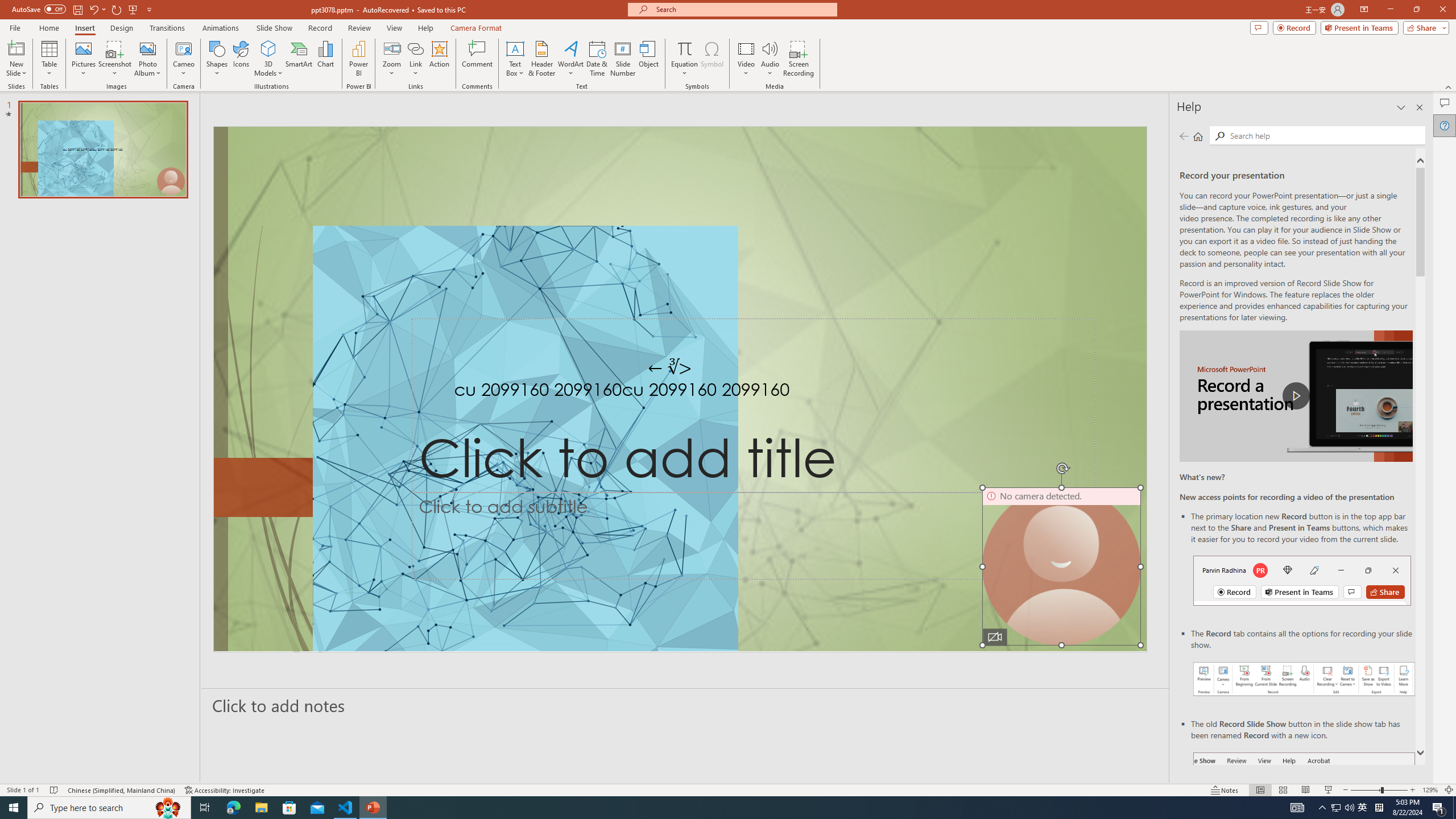  What do you see at coordinates (1183, 135) in the screenshot?
I see `'Previous page'` at bounding box center [1183, 135].